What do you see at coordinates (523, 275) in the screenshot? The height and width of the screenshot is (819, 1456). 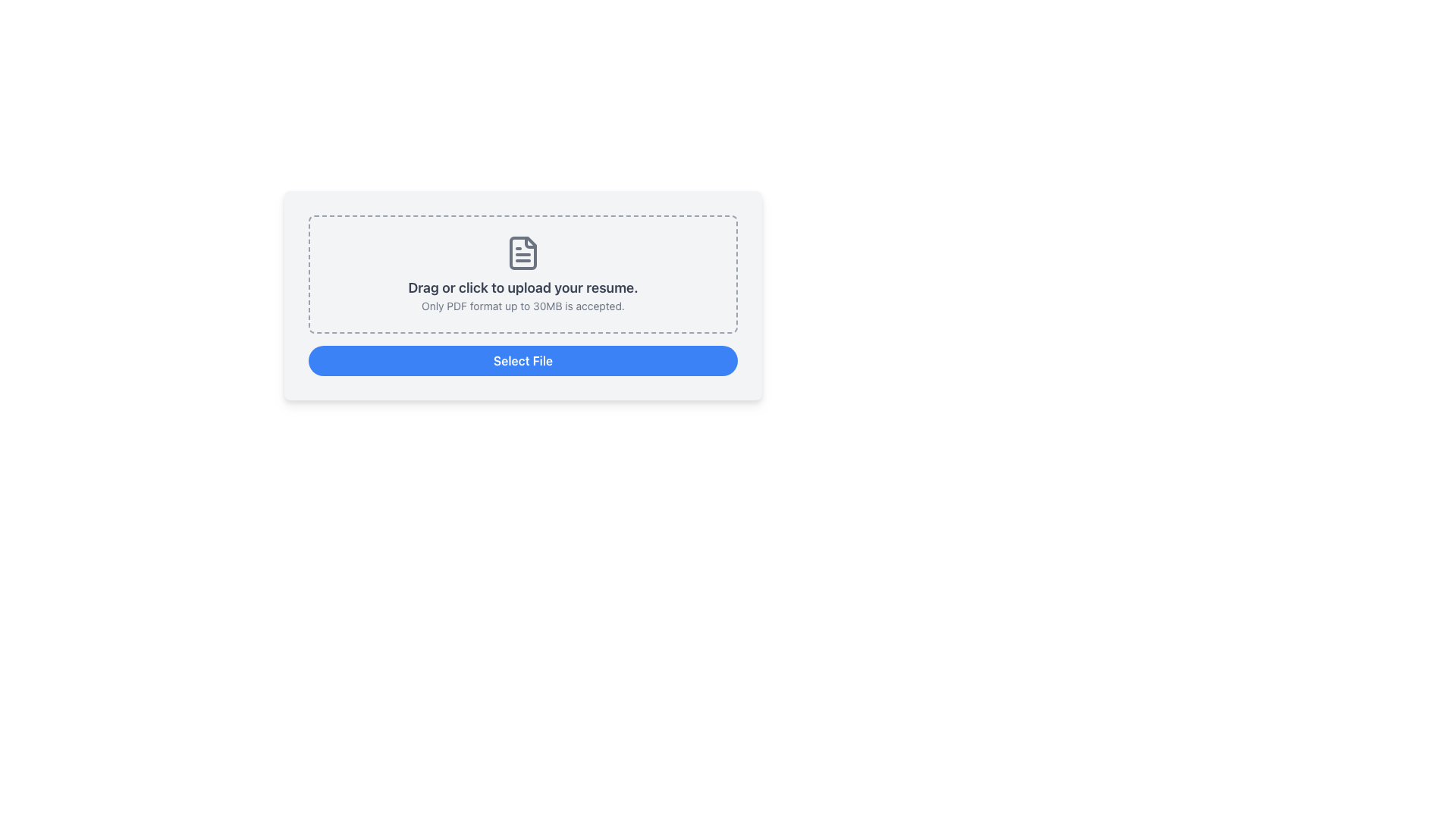 I see `the Upload drop zone, which is a bordered dashed rectangle with a light gray background, containing the text 'Drag or click to upload your resume.' and an icon of a document` at bounding box center [523, 275].